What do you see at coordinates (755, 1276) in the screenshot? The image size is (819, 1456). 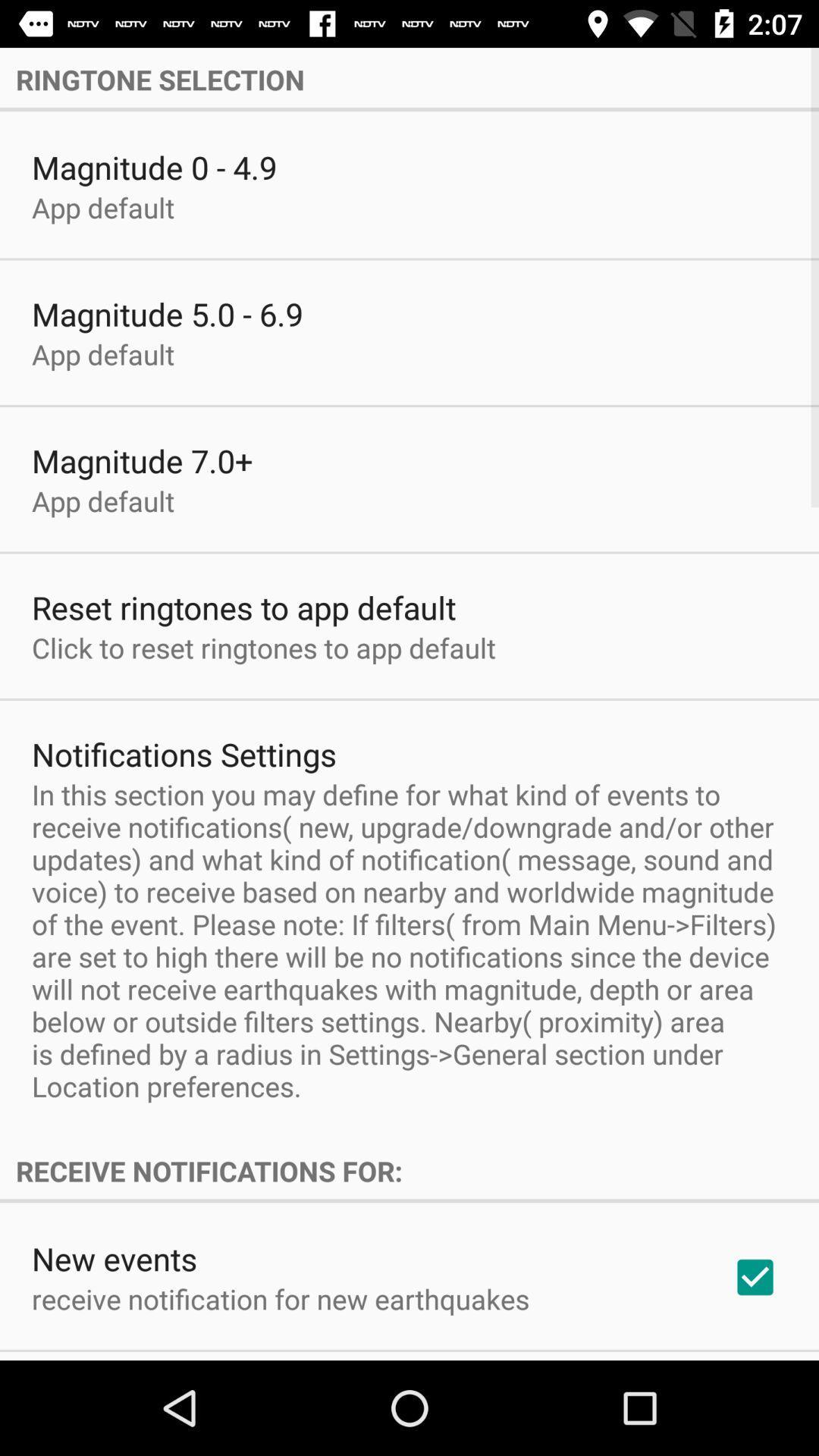 I see `the checkbox at the bottom right corner` at bounding box center [755, 1276].